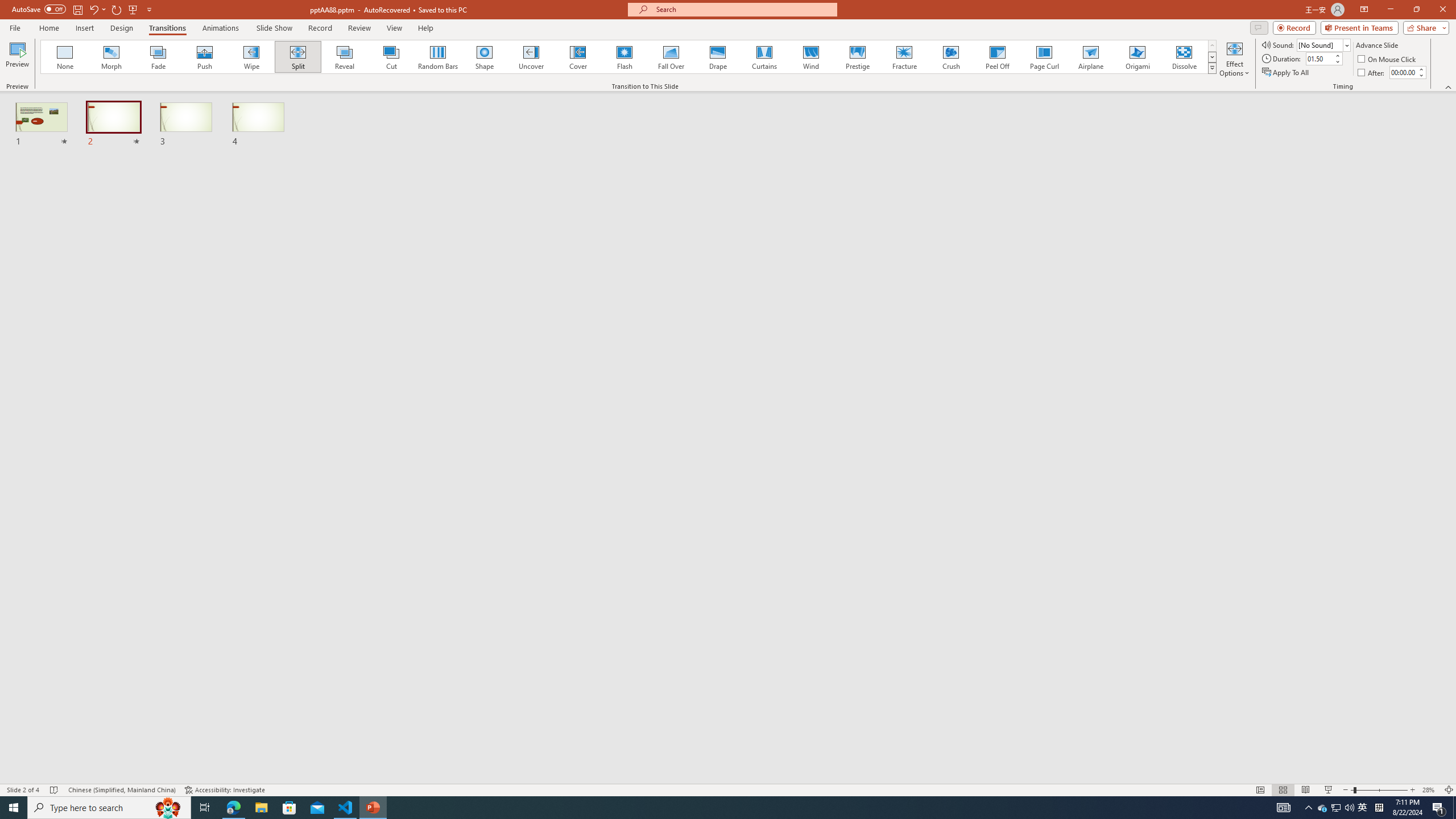  What do you see at coordinates (1287, 72) in the screenshot?
I see `'Apply To All'` at bounding box center [1287, 72].